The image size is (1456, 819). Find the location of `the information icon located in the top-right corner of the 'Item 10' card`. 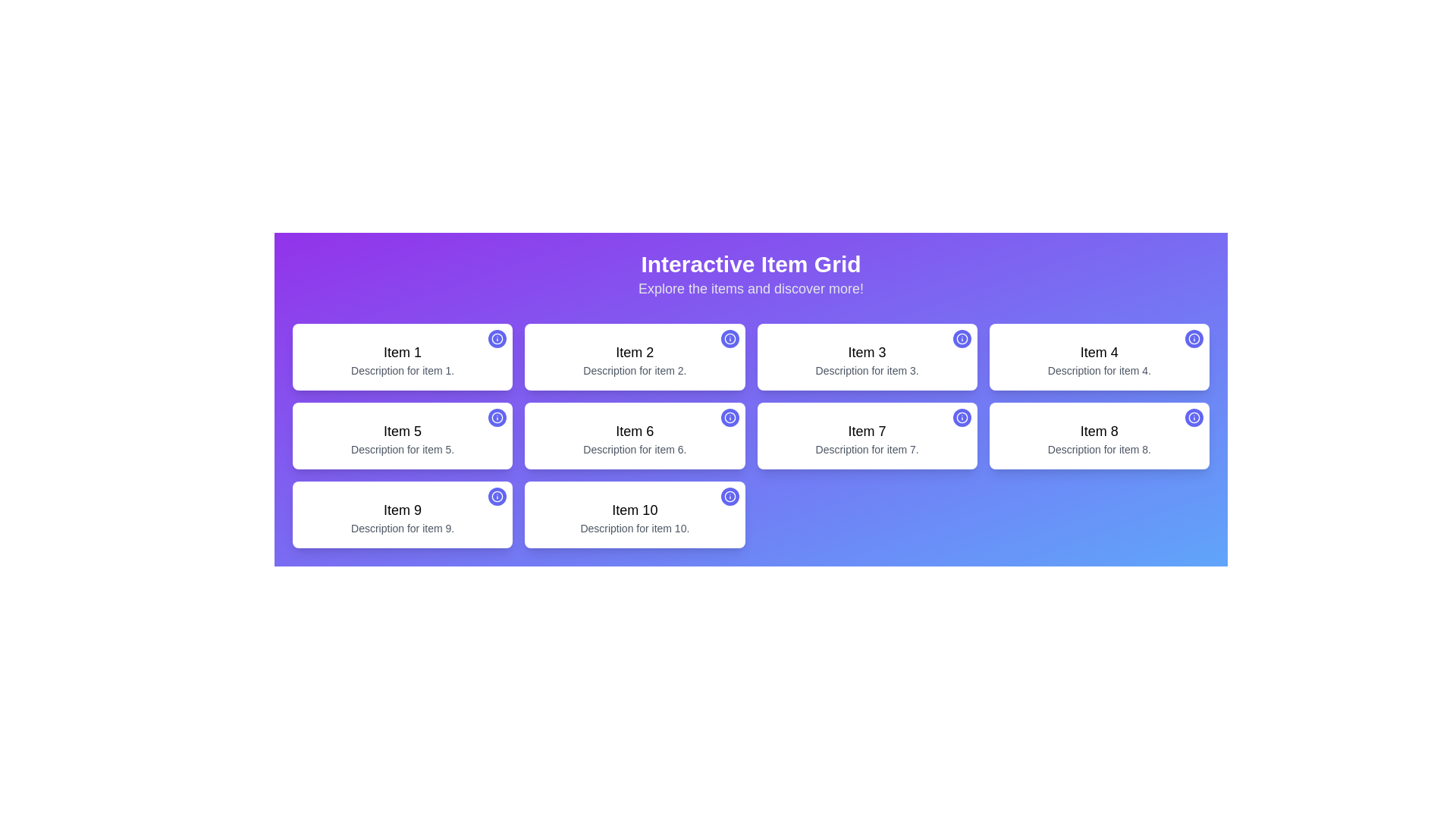

the information icon located in the top-right corner of the 'Item 10' card is located at coordinates (730, 497).